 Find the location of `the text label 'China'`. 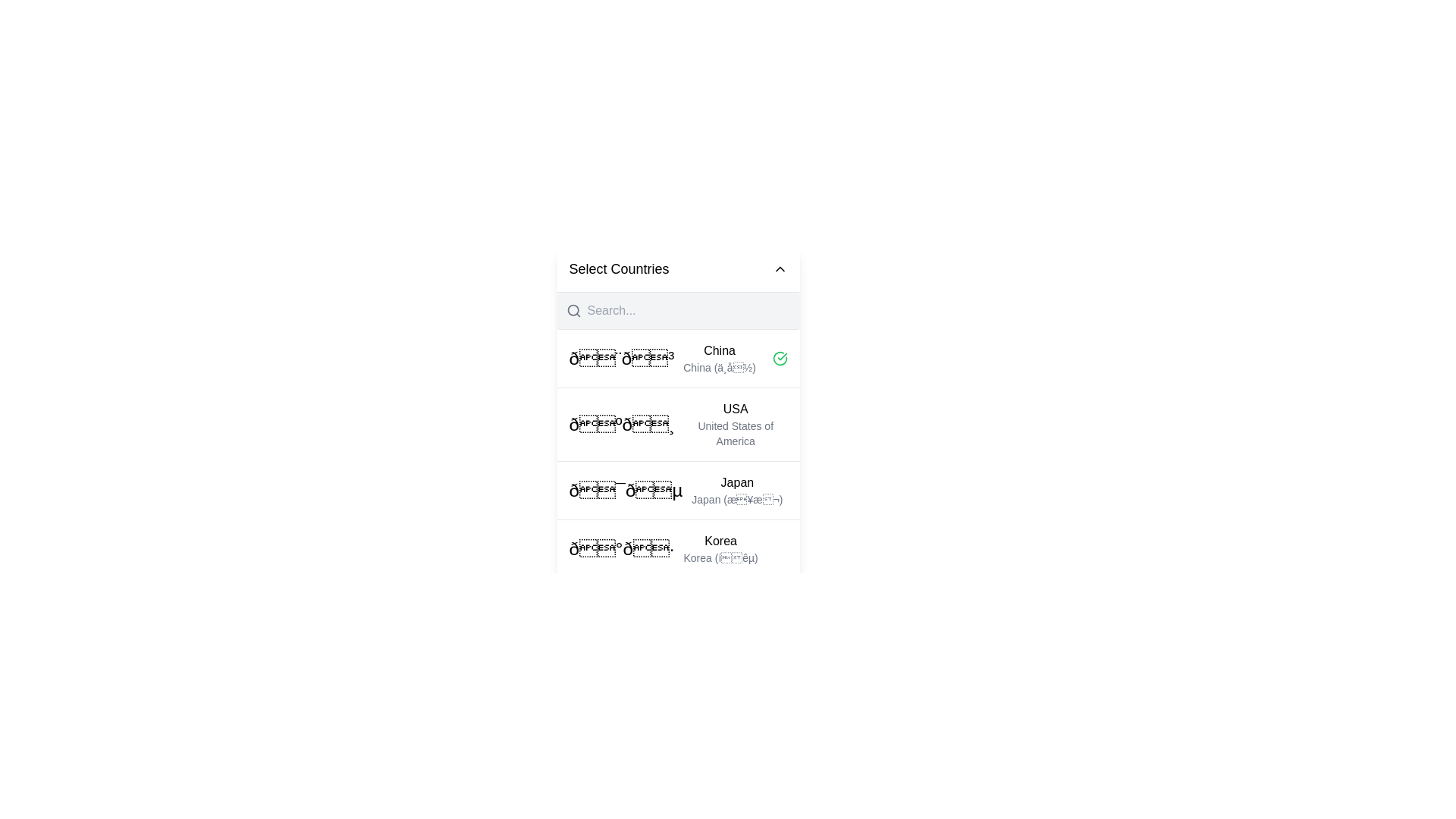

the text label 'China' is located at coordinates (719, 350).